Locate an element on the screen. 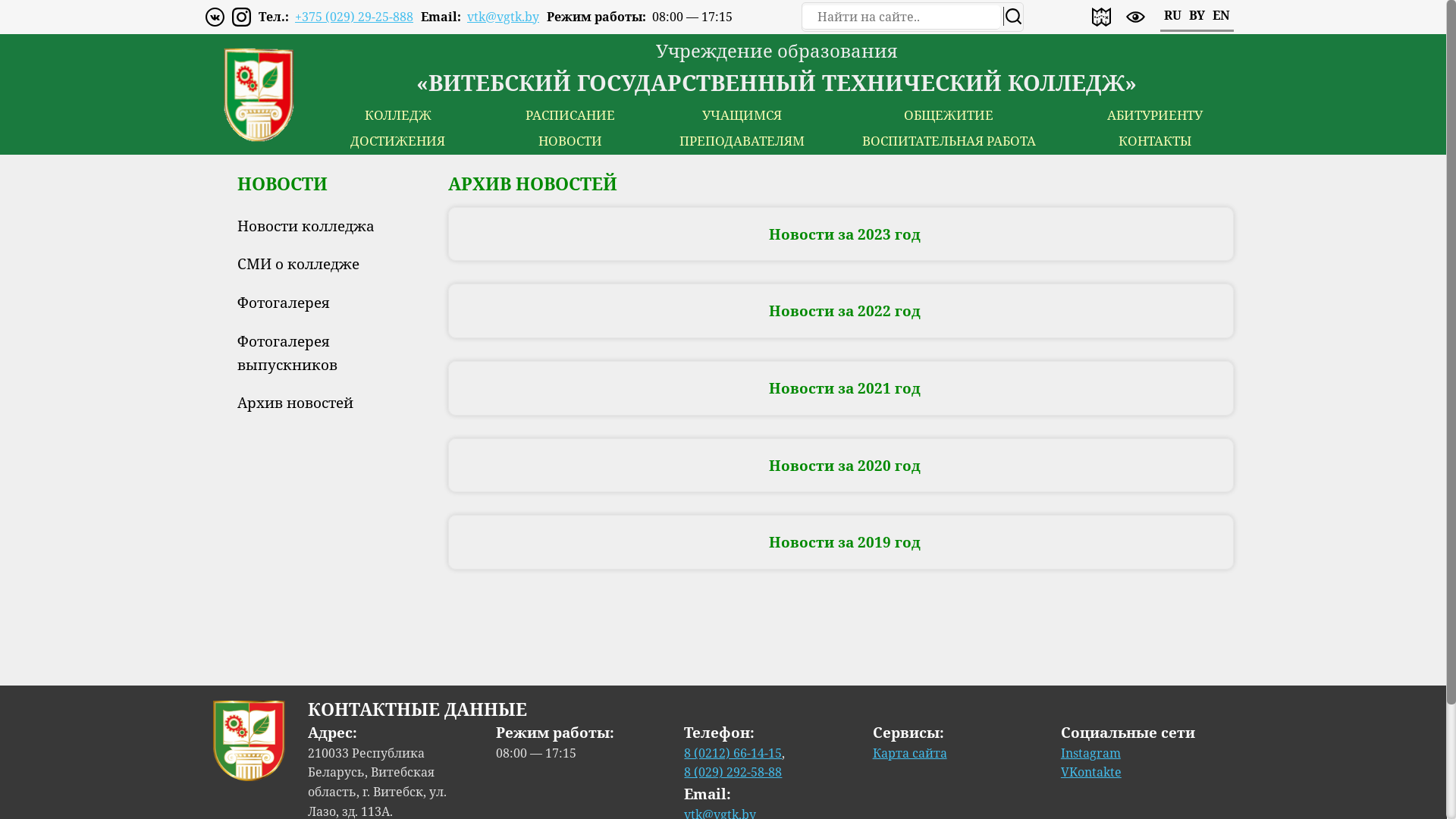 The width and height of the screenshot is (1456, 819). '+375 (029) 29-25-888' is located at coordinates (353, 17).